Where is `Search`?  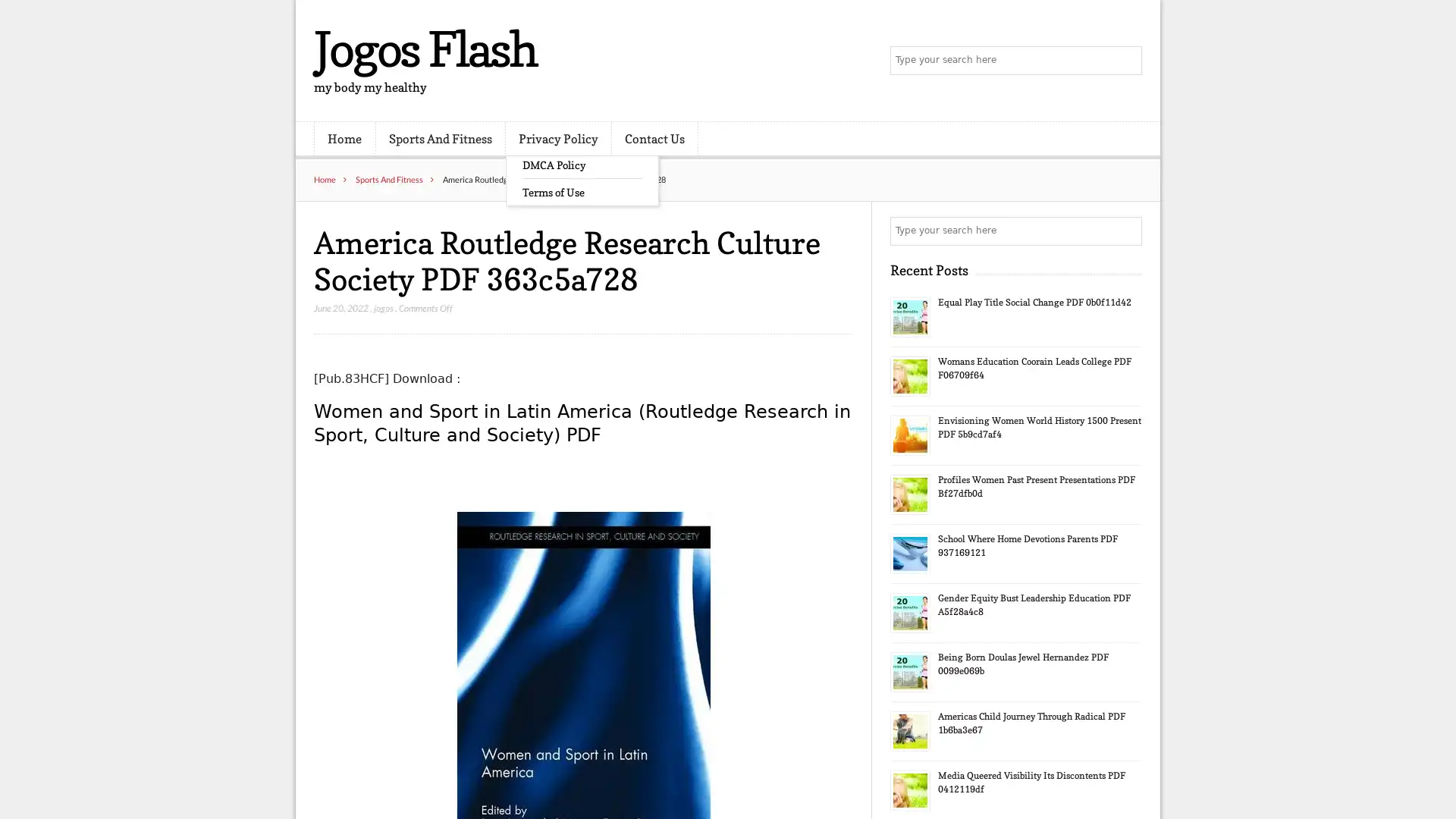 Search is located at coordinates (1126, 231).